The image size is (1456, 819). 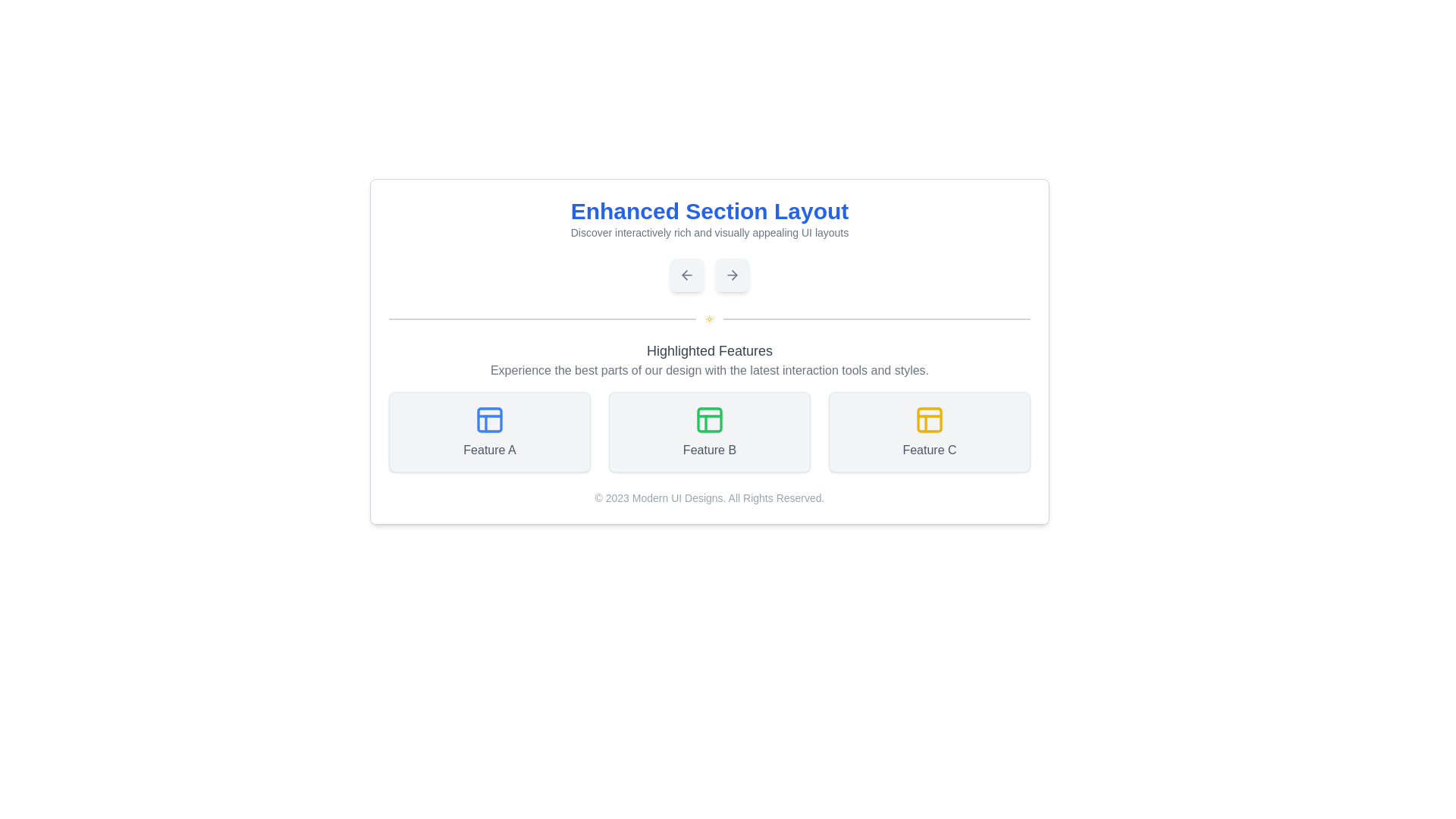 What do you see at coordinates (490, 420) in the screenshot?
I see `the icon representing 'Feature A', which is positioned centrally above the text in its dedicated section` at bounding box center [490, 420].